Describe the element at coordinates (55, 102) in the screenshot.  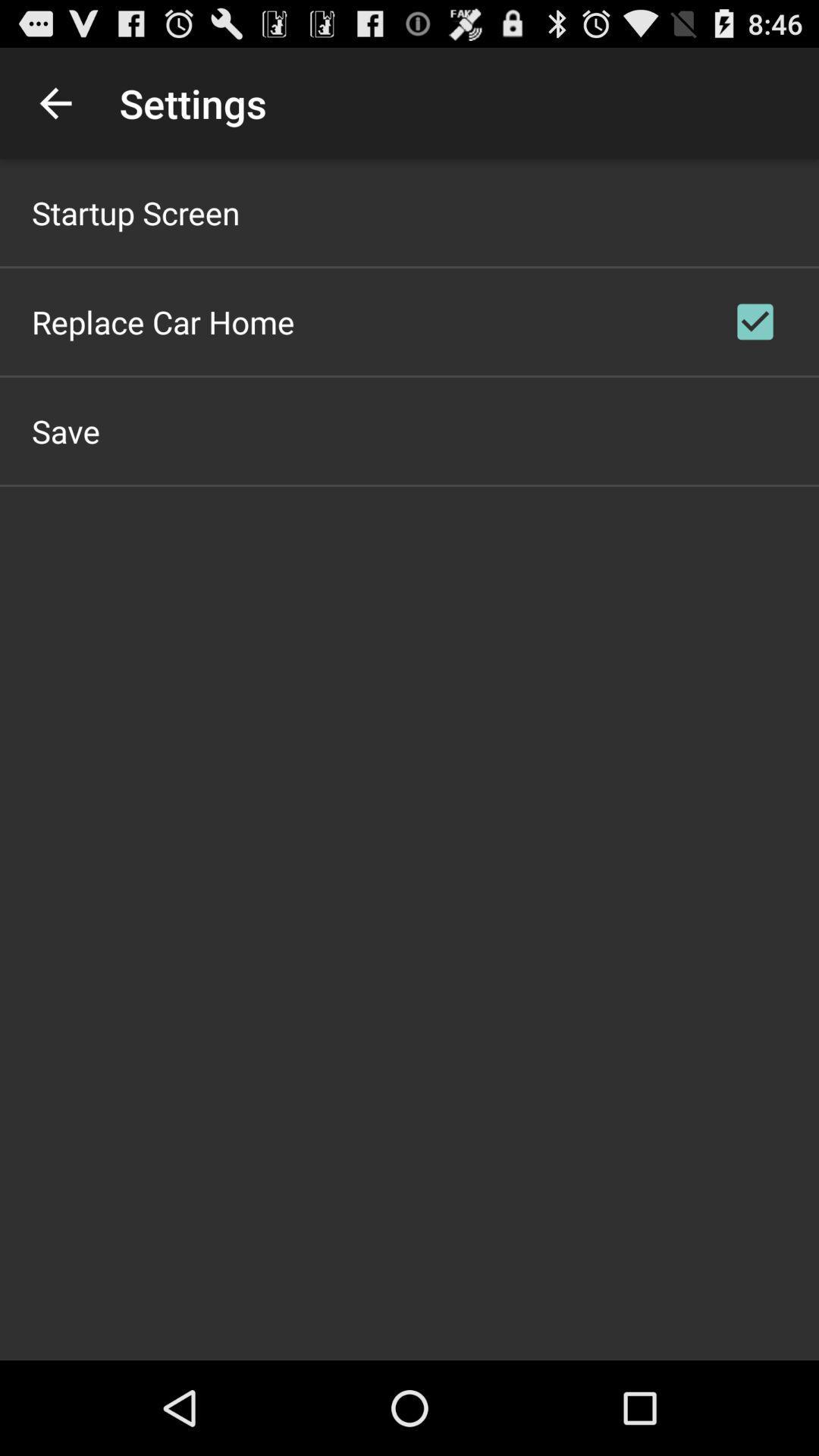
I see `icon to the left of settings app` at that location.